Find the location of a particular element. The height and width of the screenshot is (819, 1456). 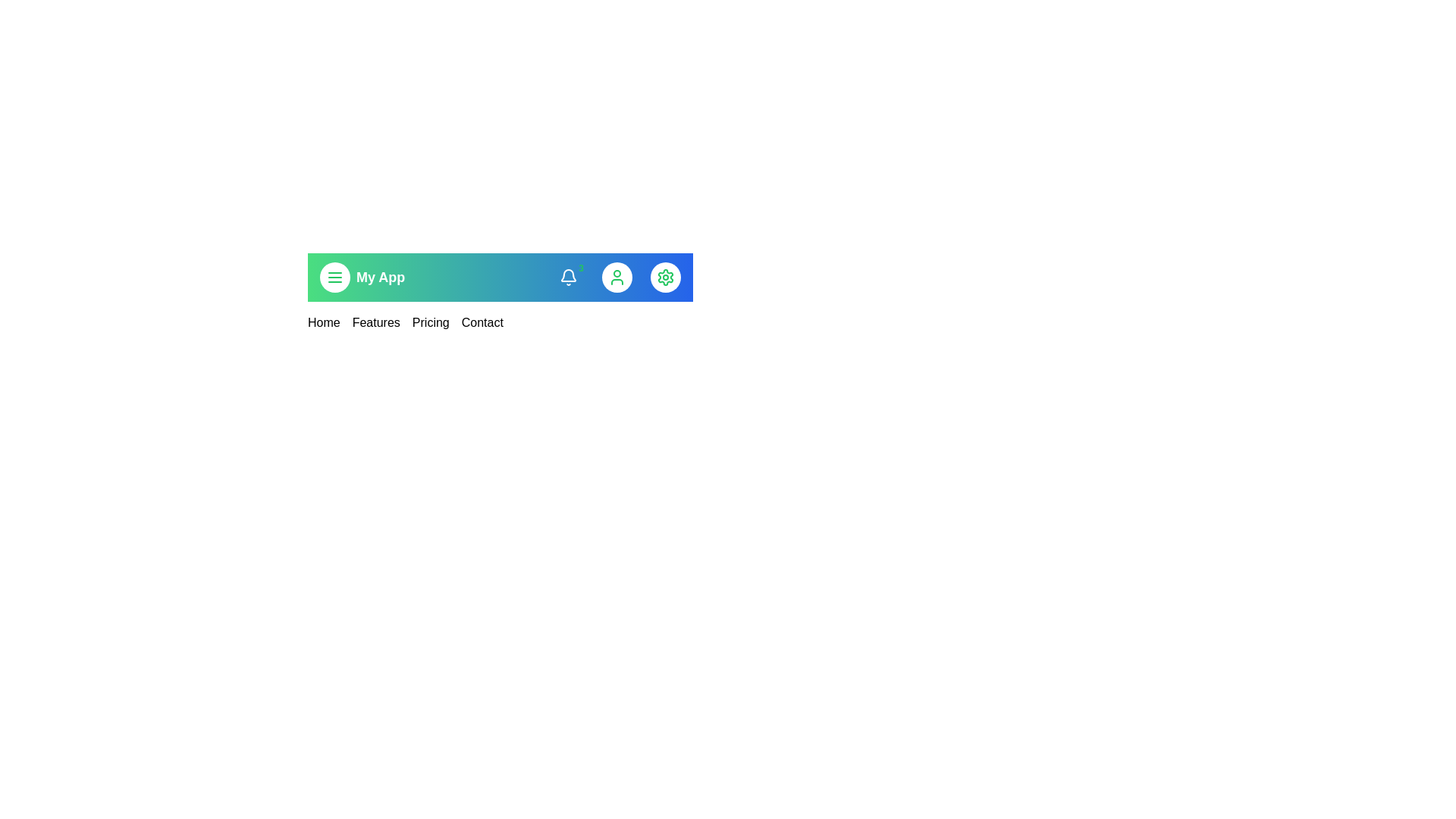

the menu link corresponding to Features is located at coordinates (375, 322).